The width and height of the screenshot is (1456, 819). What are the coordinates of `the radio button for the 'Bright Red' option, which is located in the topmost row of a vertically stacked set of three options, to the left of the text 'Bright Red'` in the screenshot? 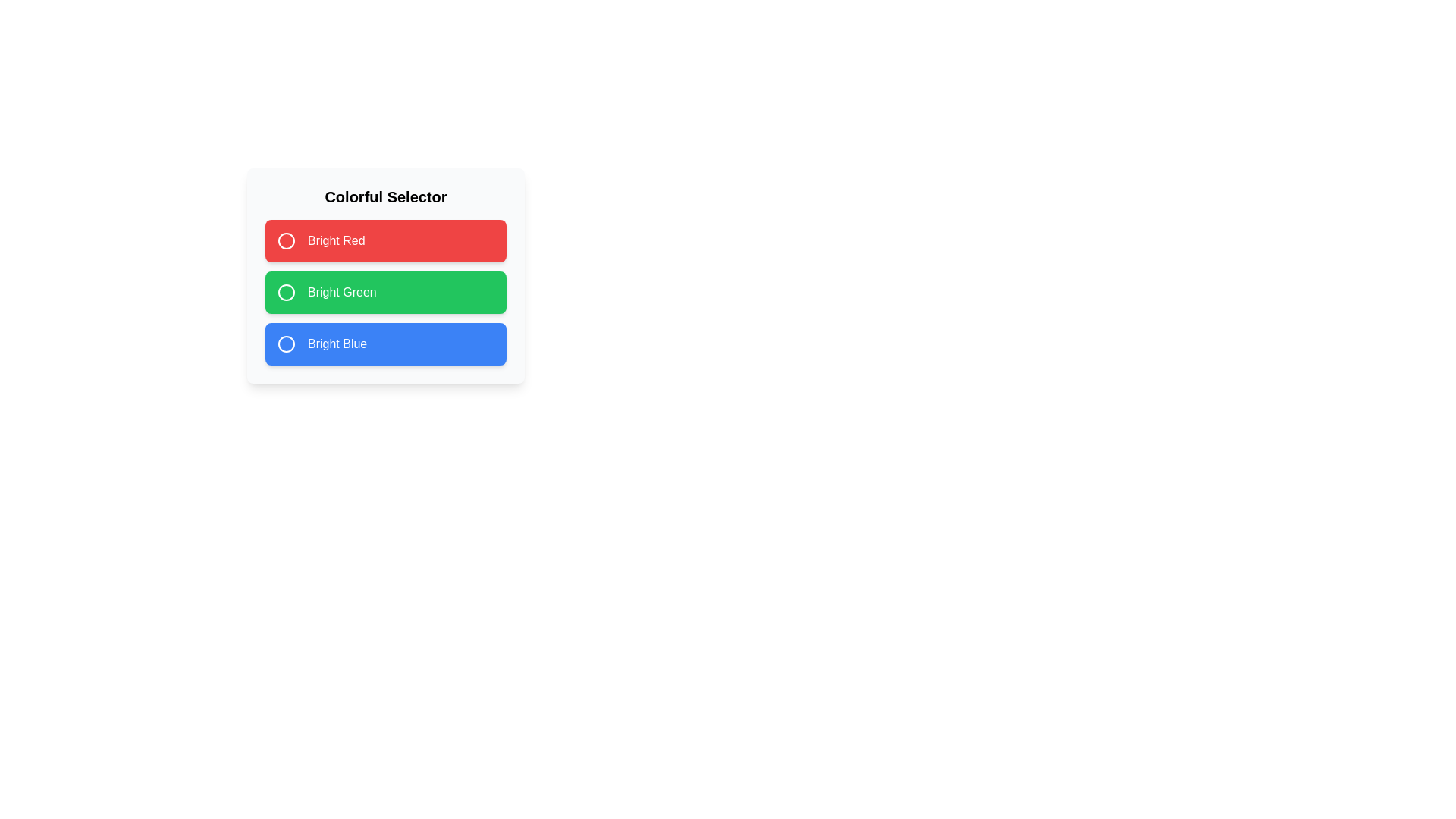 It's located at (287, 240).